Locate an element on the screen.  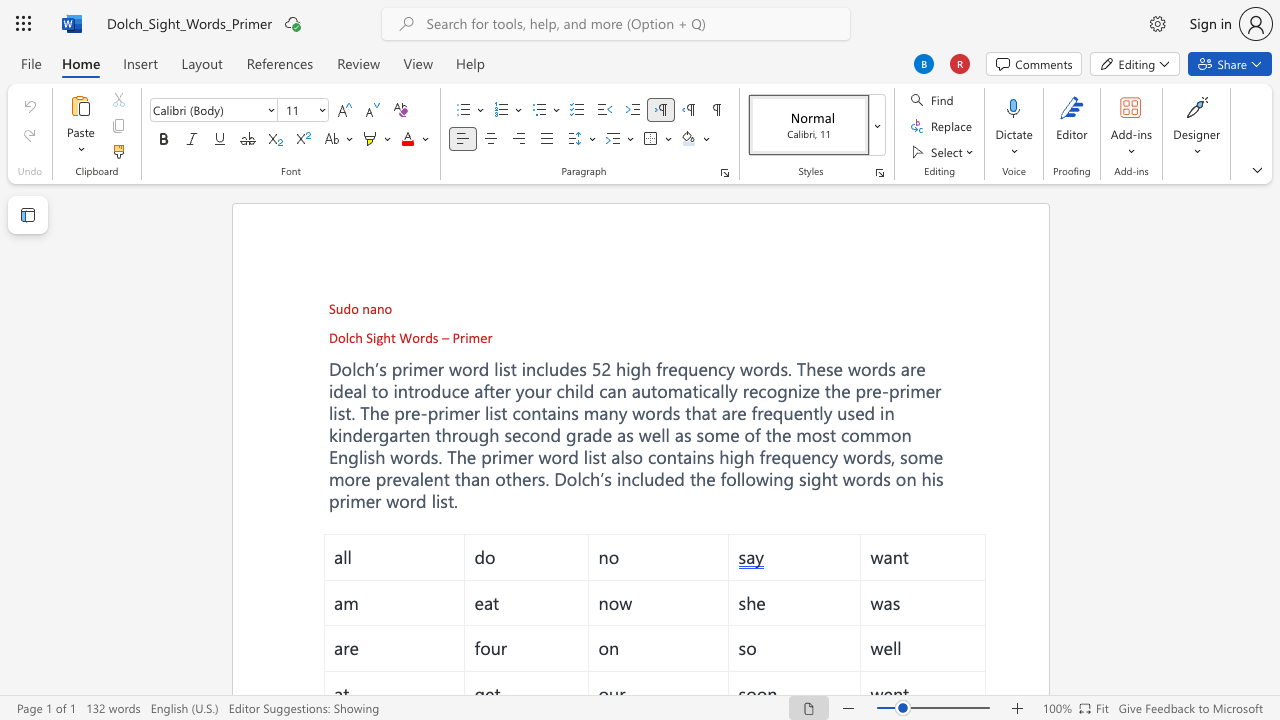
the subset text "t are" within the text "many words that are" is located at coordinates (710, 411).